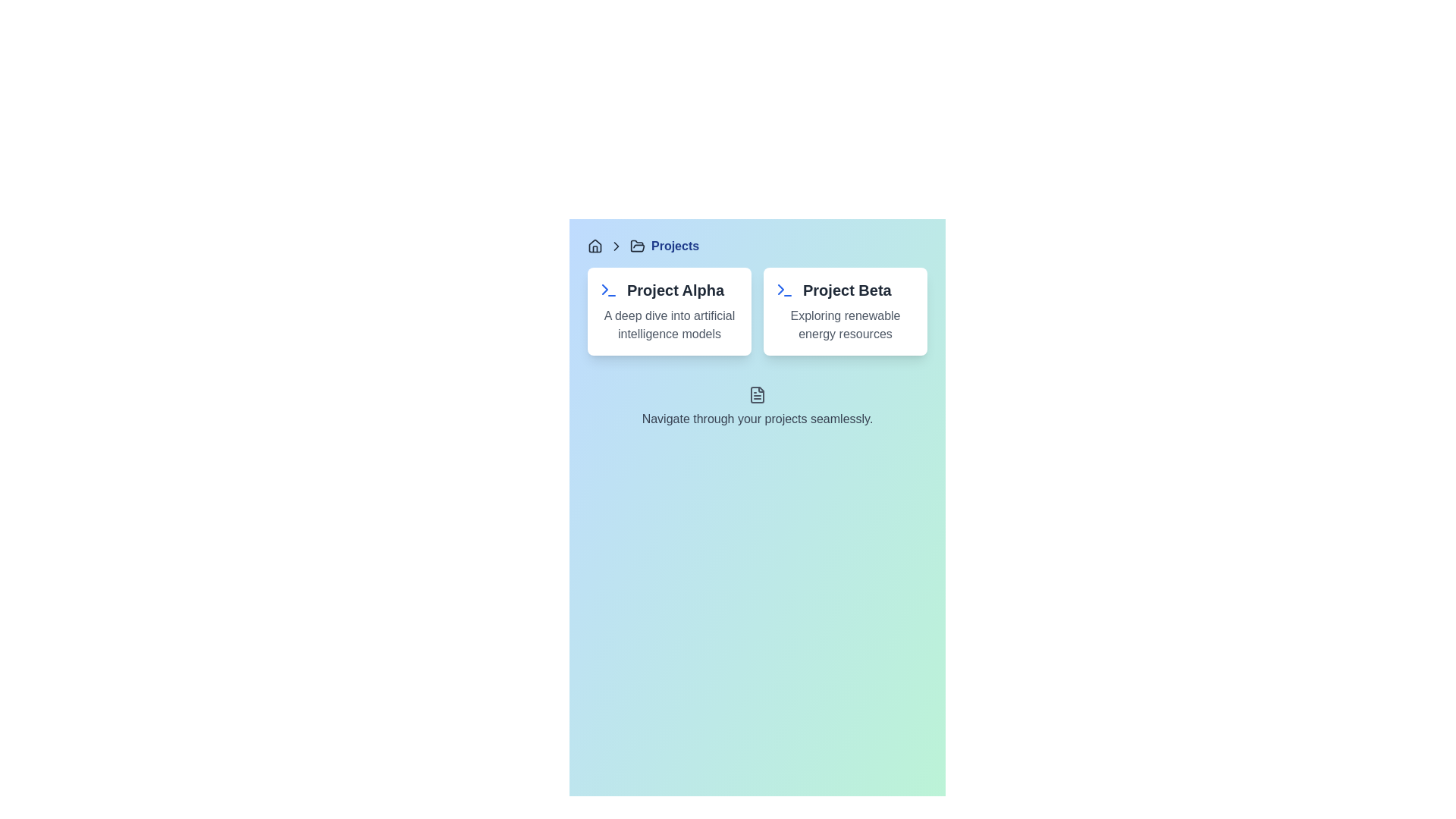  I want to click on the terminal-like icon styled in blue with sharp edges, located on the left side of the 'Project Beta' card, so click(785, 290).